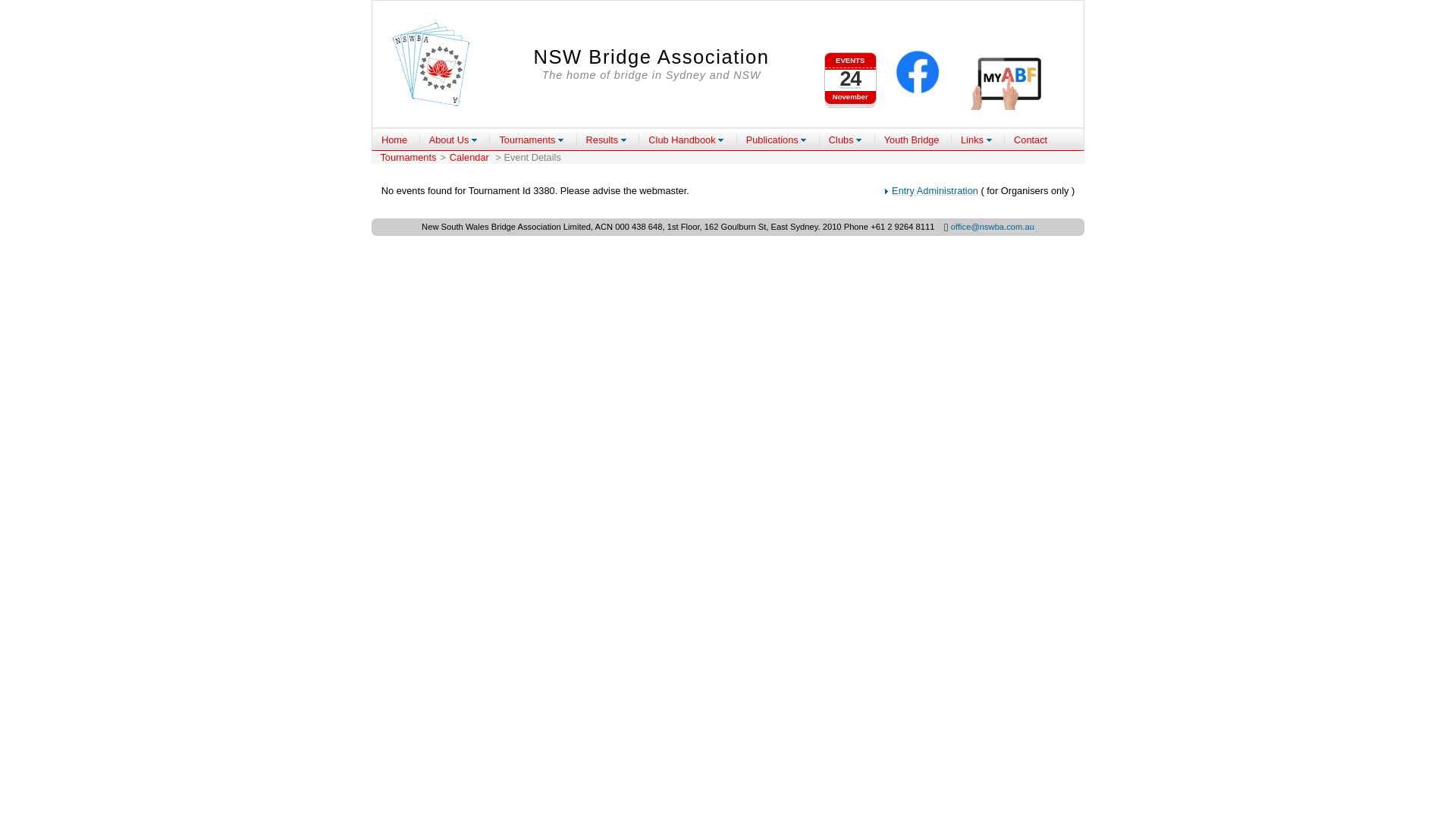  Describe the element at coordinates (976, 140) in the screenshot. I see `'Links'` at that location.